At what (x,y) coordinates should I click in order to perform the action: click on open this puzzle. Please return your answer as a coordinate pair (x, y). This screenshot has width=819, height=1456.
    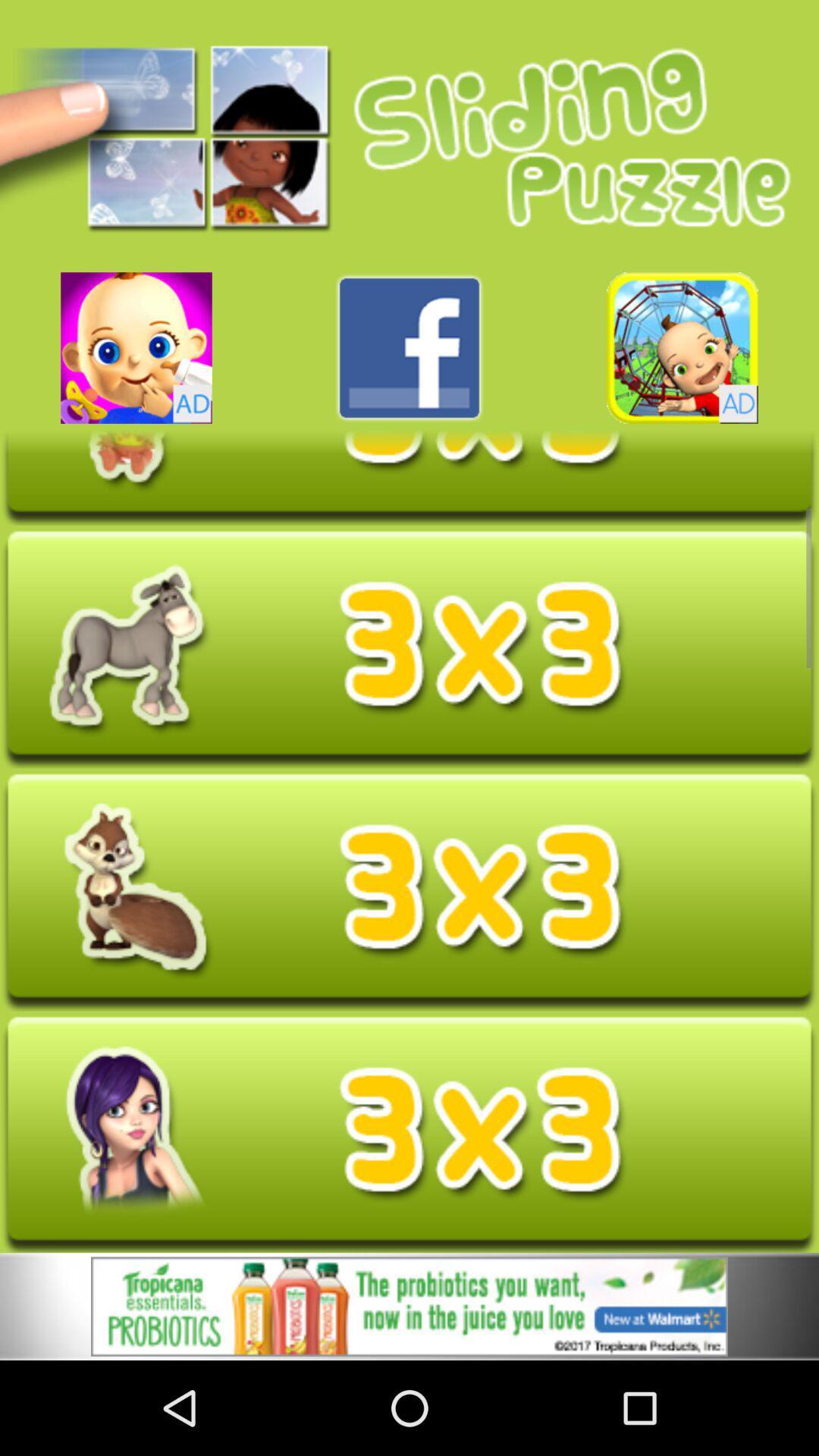
    Looking at the image, I should click on (409, 1134).